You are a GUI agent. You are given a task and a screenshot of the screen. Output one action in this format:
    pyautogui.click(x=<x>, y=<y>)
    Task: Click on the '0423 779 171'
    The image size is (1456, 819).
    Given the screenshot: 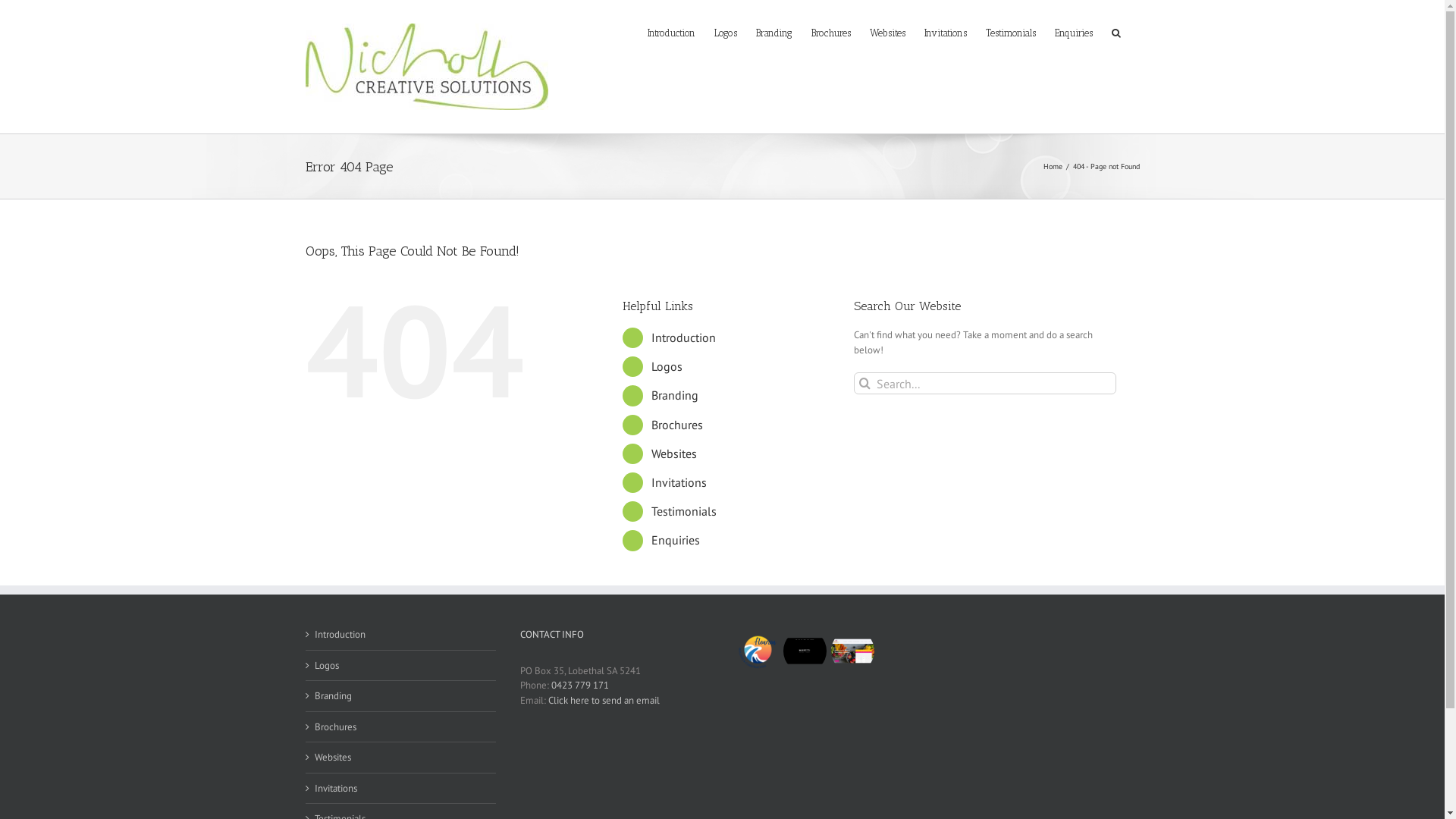 What is the action you would take?
    pyautogui.click(x=578, y=685)
    